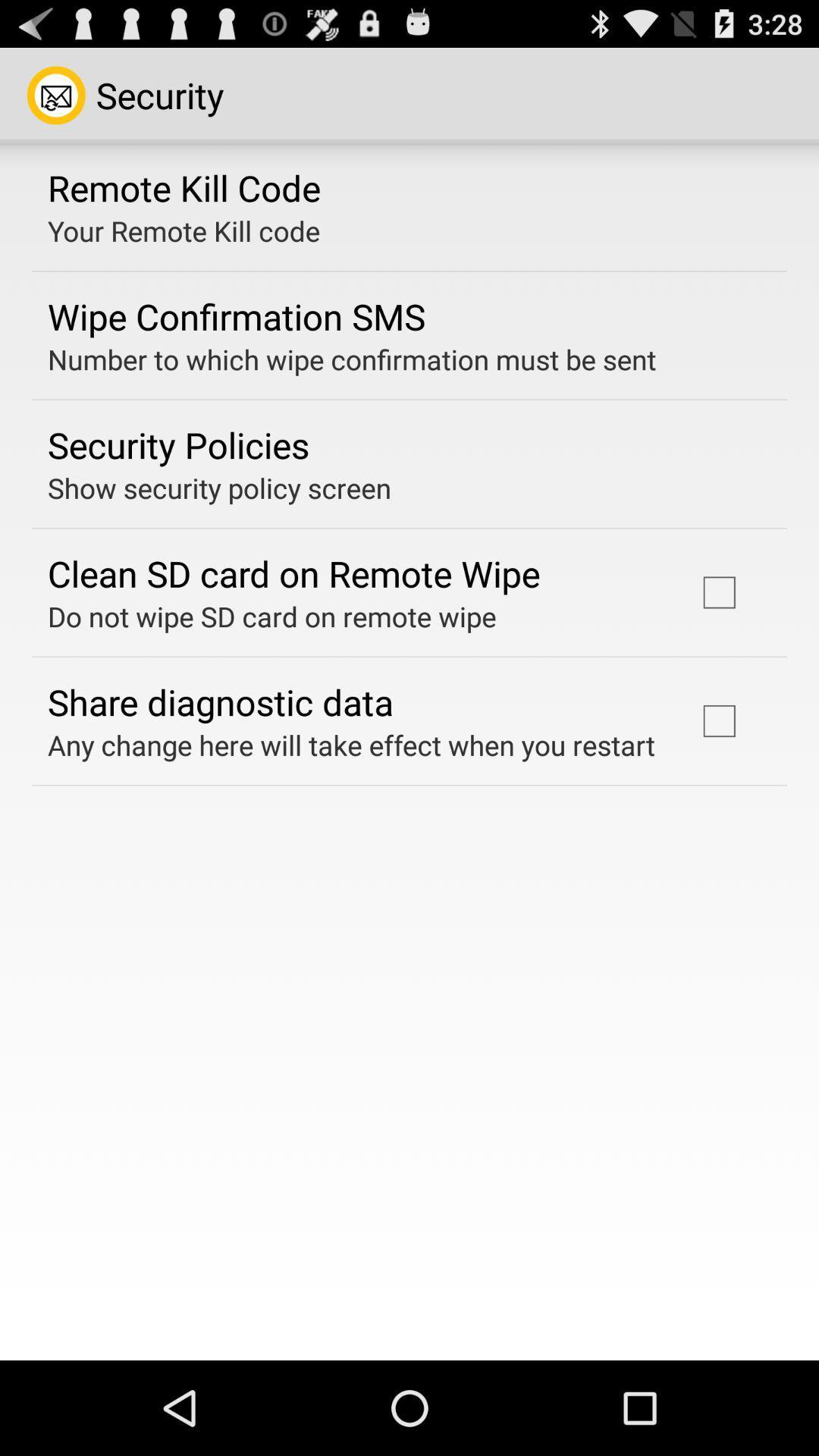 Image resolution: width=819 pixels, height=1456 pixels. Describe the element at coordinates (177, 444) in the screenshot. I see `item above the show security policy` at that location.